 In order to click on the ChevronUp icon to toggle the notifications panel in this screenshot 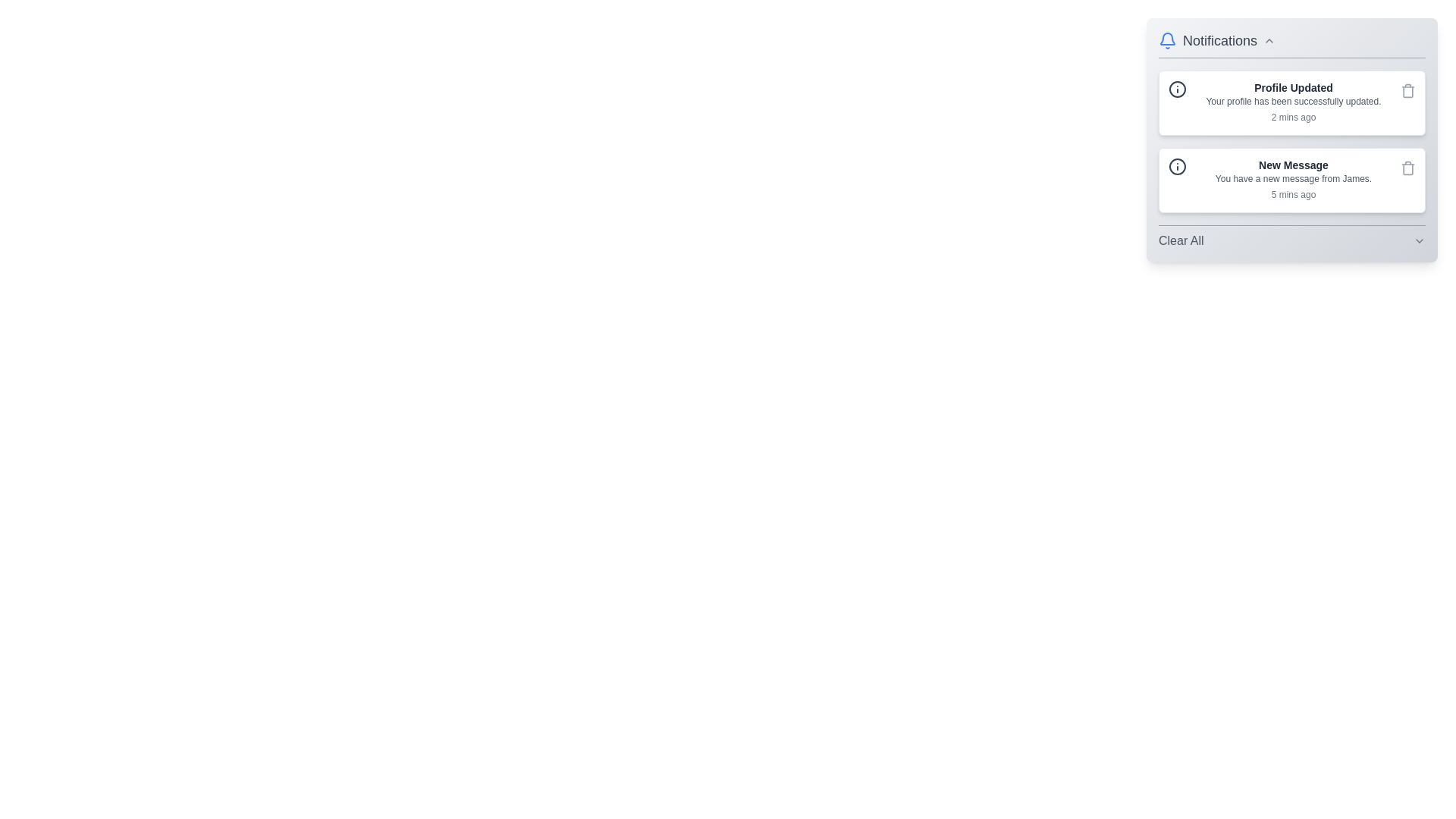, I will do `click(1269, 40)`.